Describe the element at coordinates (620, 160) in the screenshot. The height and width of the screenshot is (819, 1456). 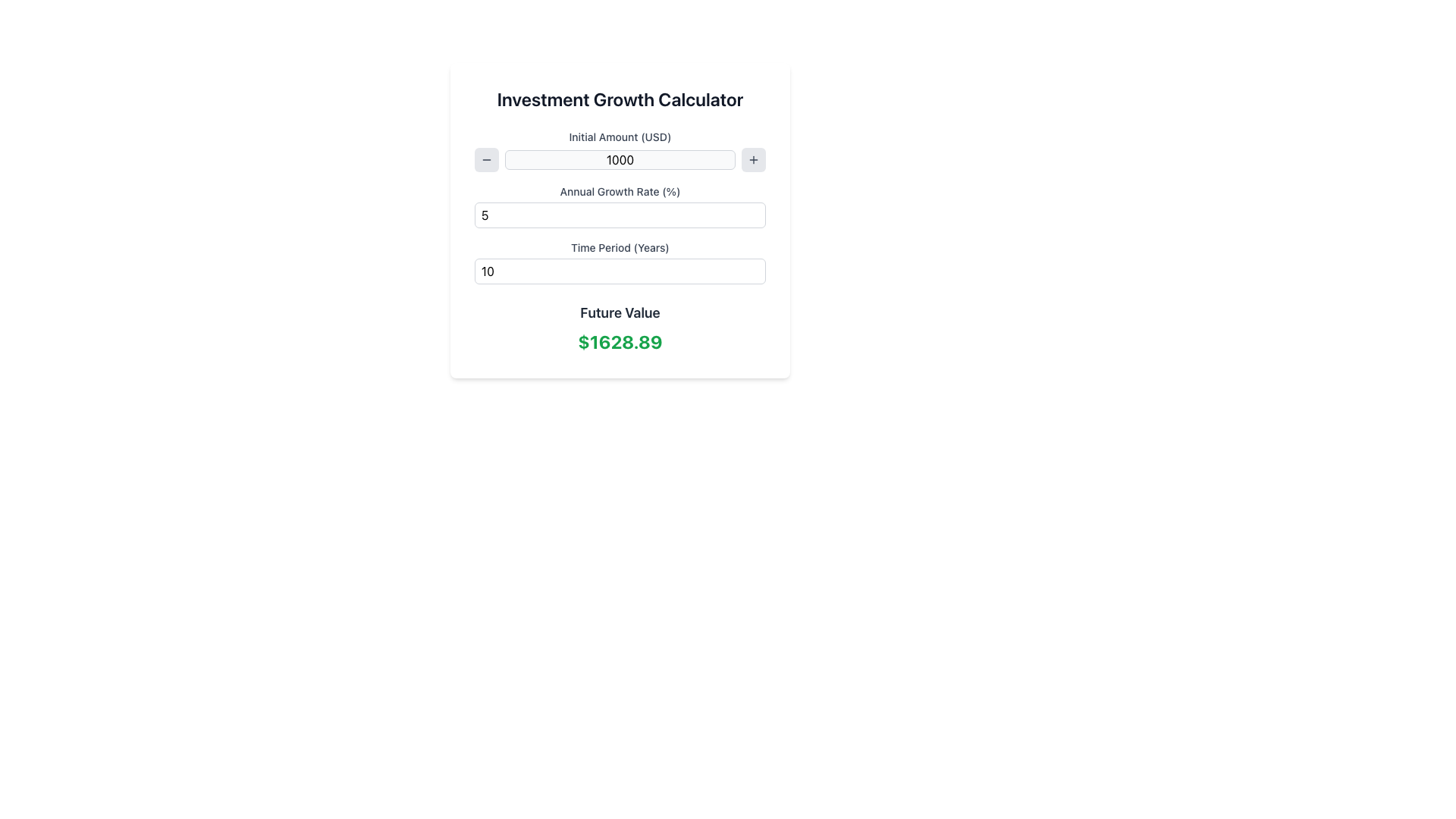
I see `on the text input field with a light gray background that contains the text '1000'` at that location.